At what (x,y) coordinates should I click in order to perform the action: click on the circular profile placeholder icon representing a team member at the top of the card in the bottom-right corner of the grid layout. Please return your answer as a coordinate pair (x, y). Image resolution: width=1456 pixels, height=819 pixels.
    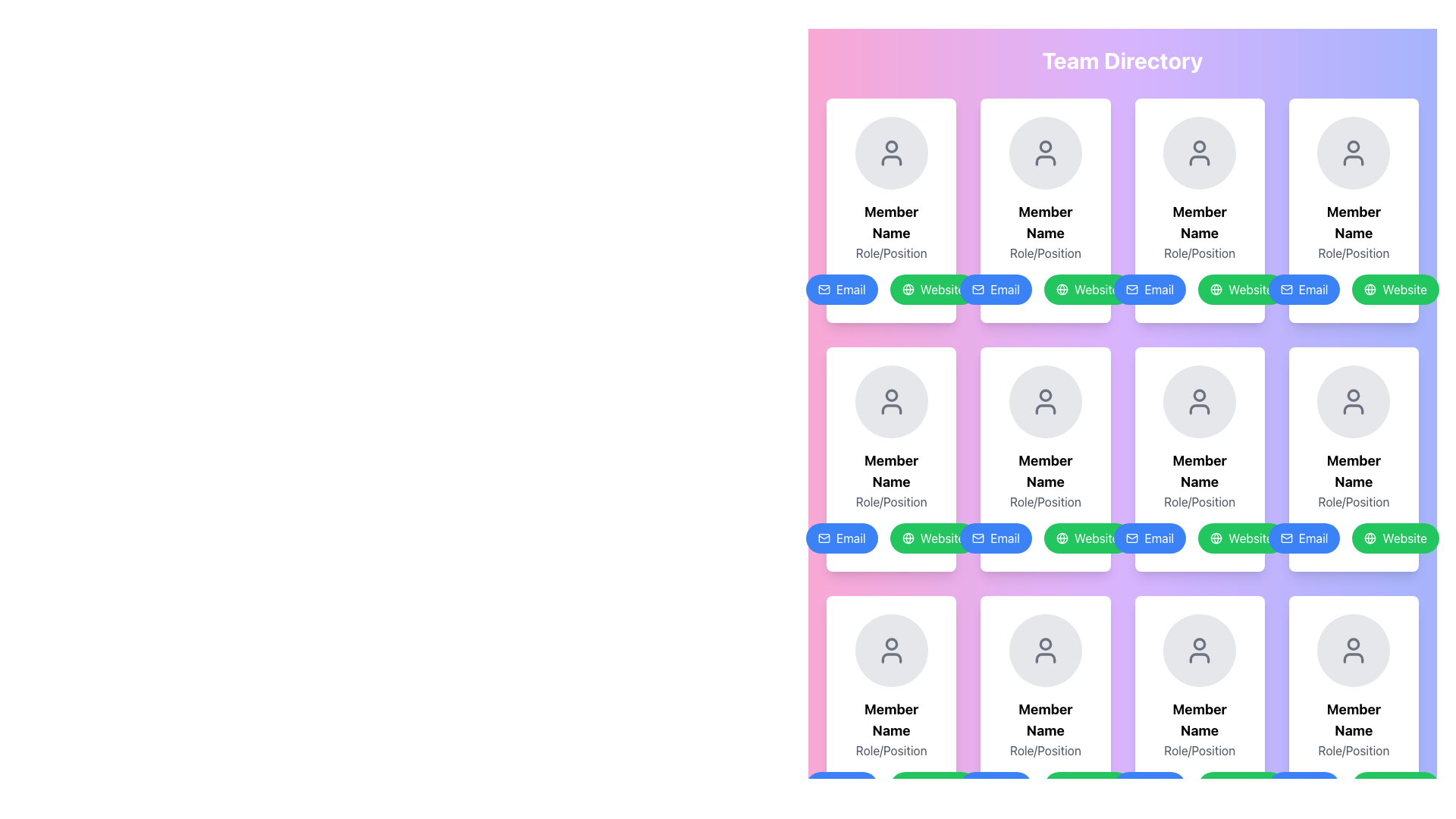
    Looking at the image, I should click on (1354, 400).